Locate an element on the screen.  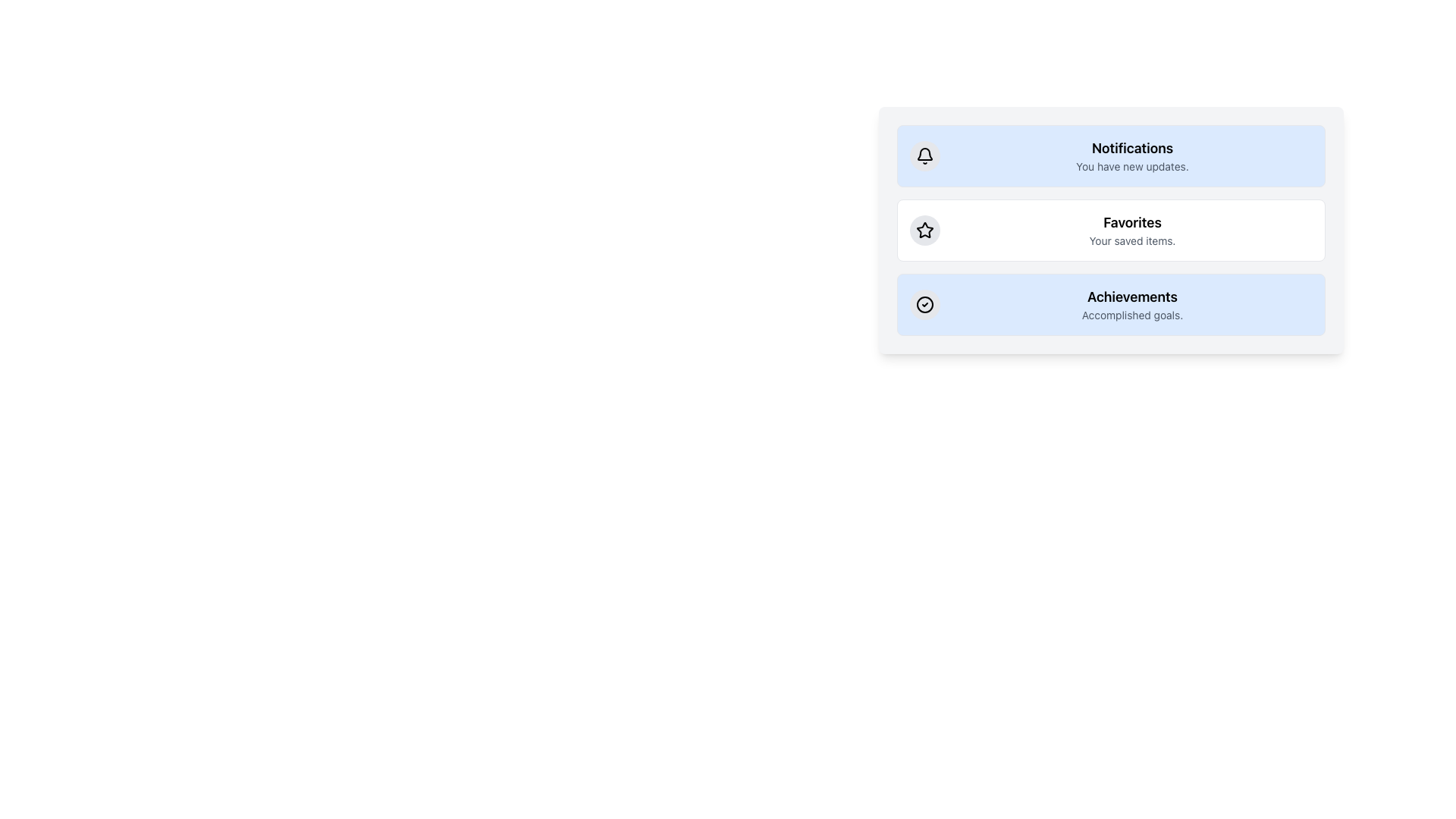
the decorative icon representing the 'Notifications' item located on the left side of the 'Notifications' label, situated in the top section of a vertical list is located at coordinates (924, 155).